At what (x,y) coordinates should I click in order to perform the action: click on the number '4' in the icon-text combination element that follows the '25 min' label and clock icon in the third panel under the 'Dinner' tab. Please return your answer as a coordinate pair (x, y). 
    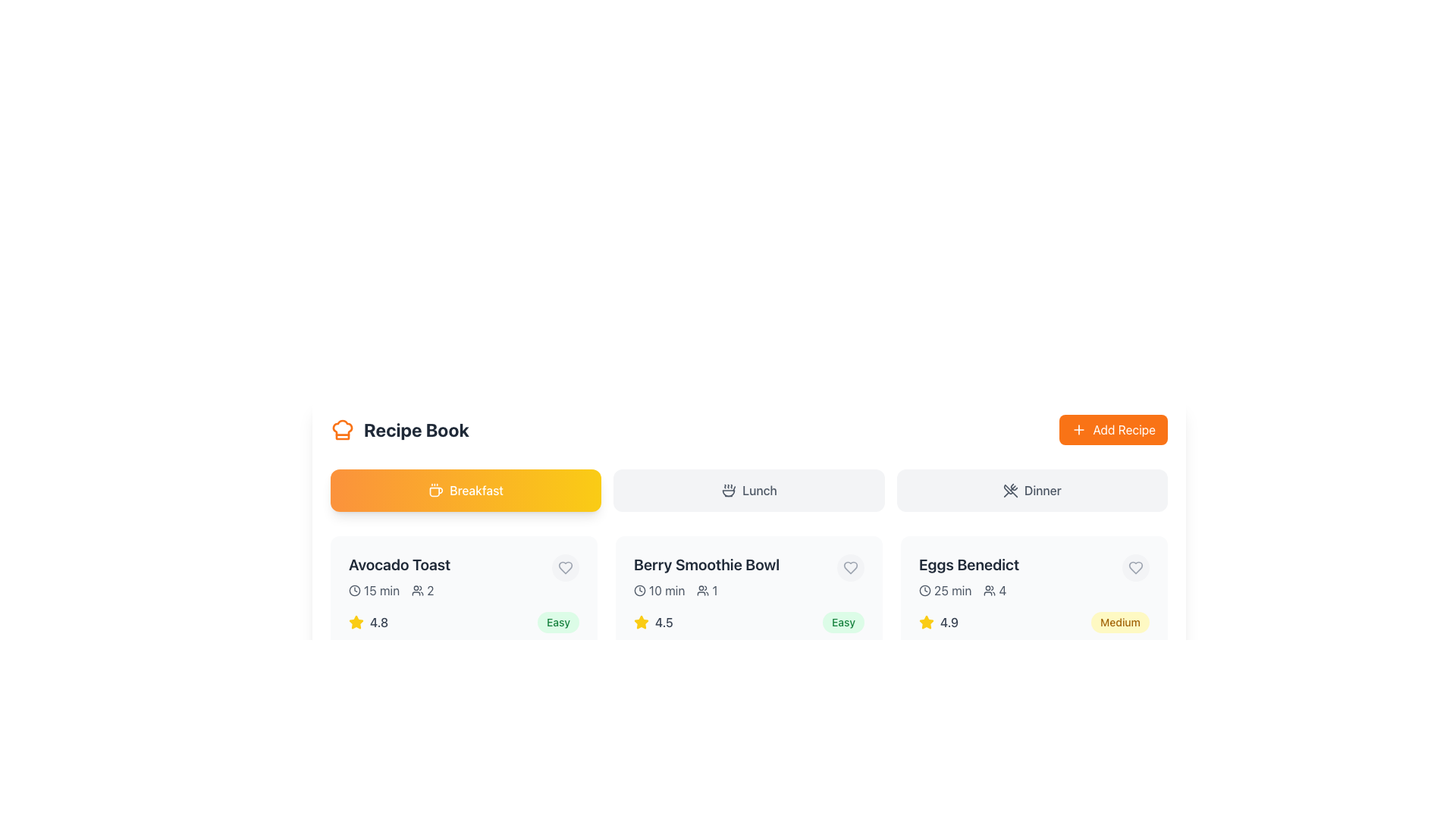
    Looking at the image, I should click on (995, 590).